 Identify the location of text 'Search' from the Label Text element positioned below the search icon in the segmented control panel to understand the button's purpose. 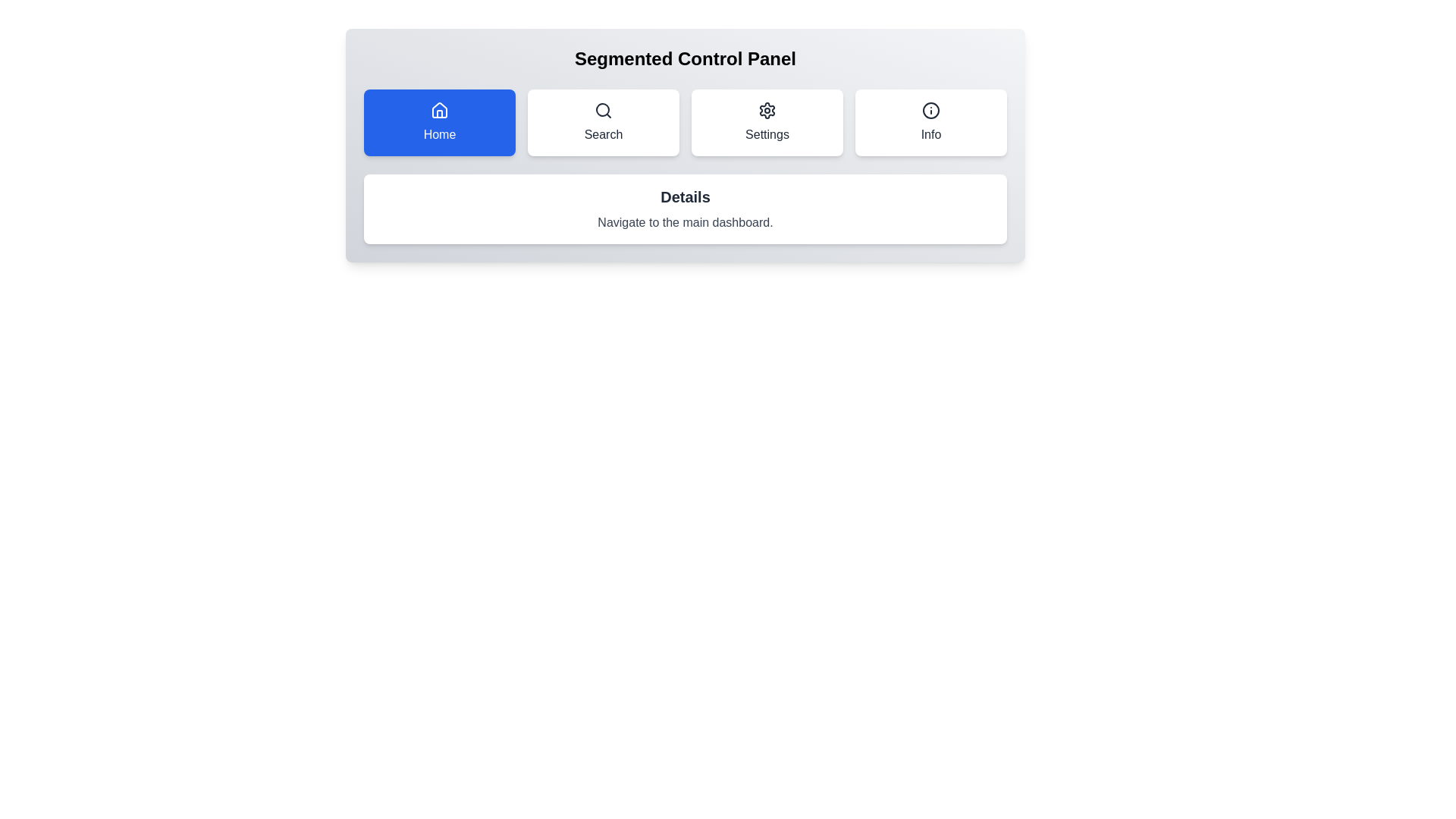
(603, 133).